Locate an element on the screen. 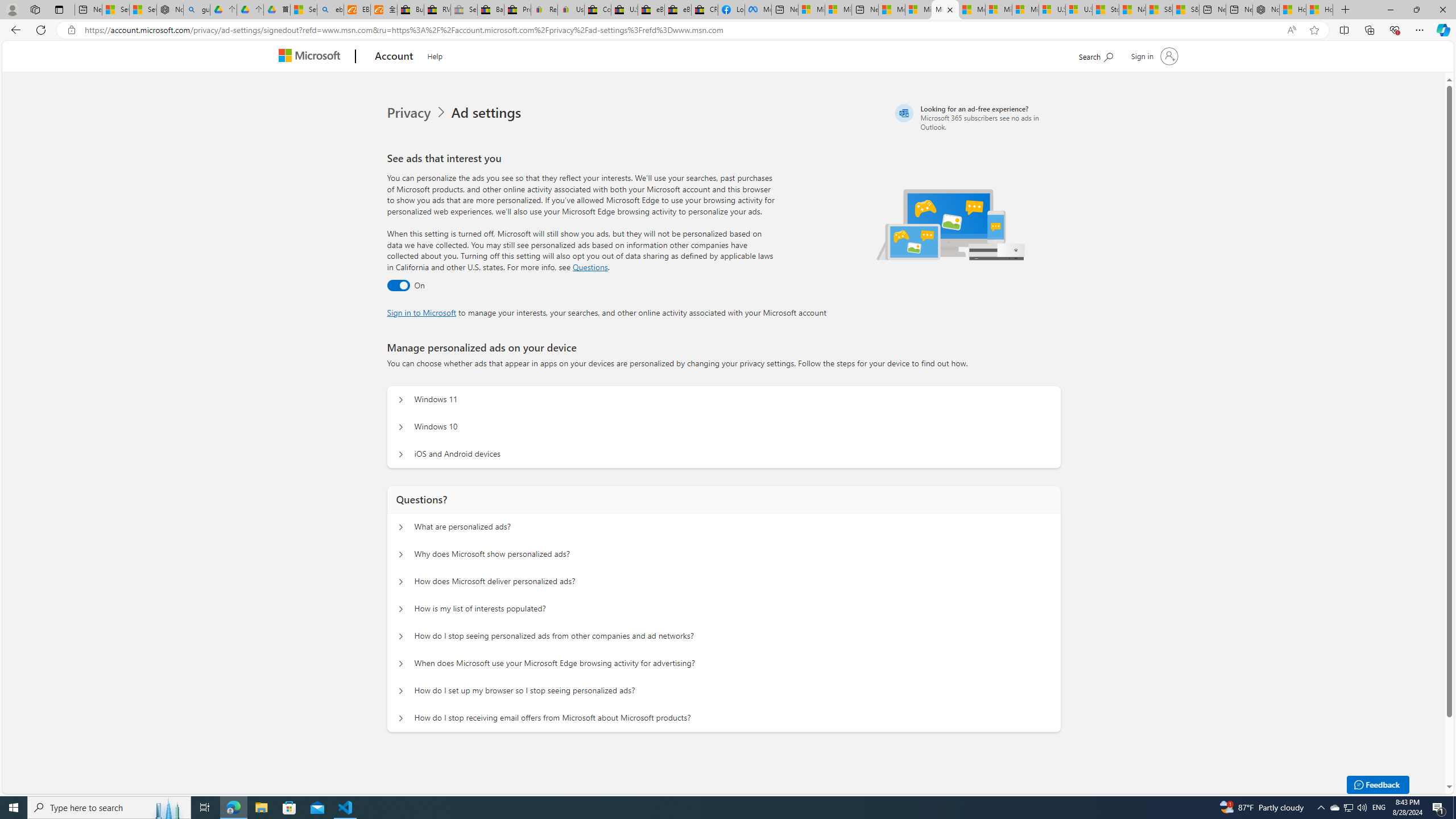 The width and height of the screenshot is (1456, 819). 'Questions? How does Microsoft deliver personalized ads?' is located at coordinates (401, 581).